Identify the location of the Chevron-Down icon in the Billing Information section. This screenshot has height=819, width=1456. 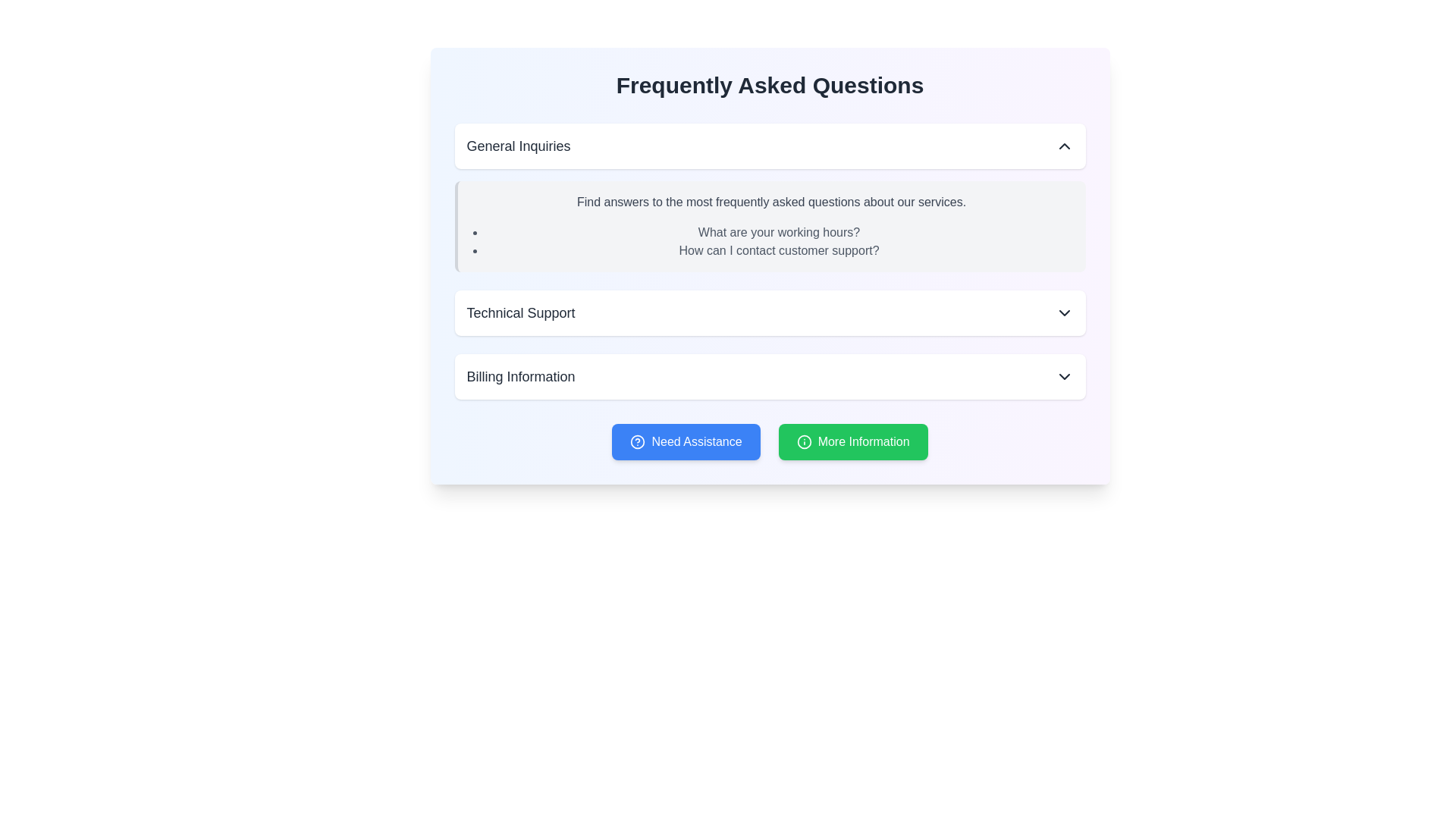
(1063, 376).